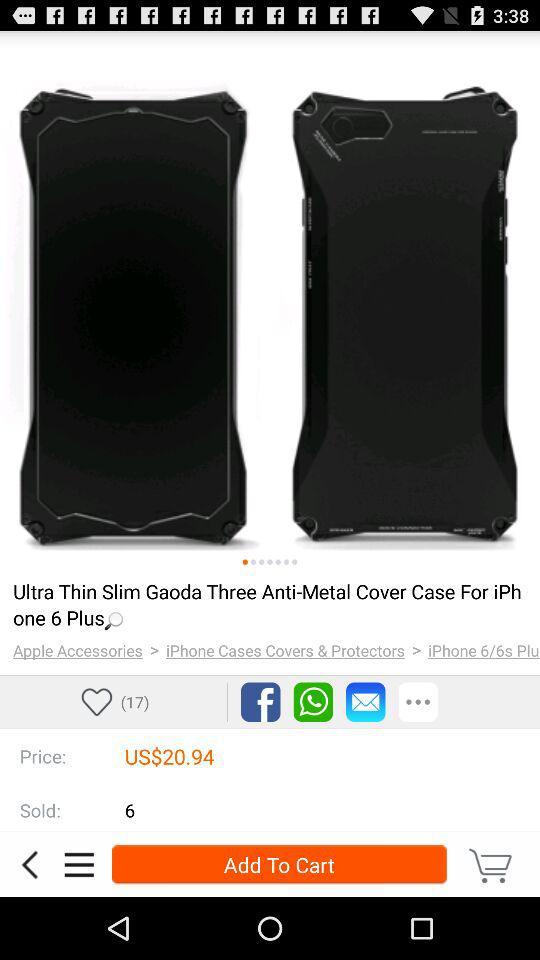 Image resolution: width=540 pixels, height=960 pixels. I want to click on the app to the right of the >, so click(483, 649).